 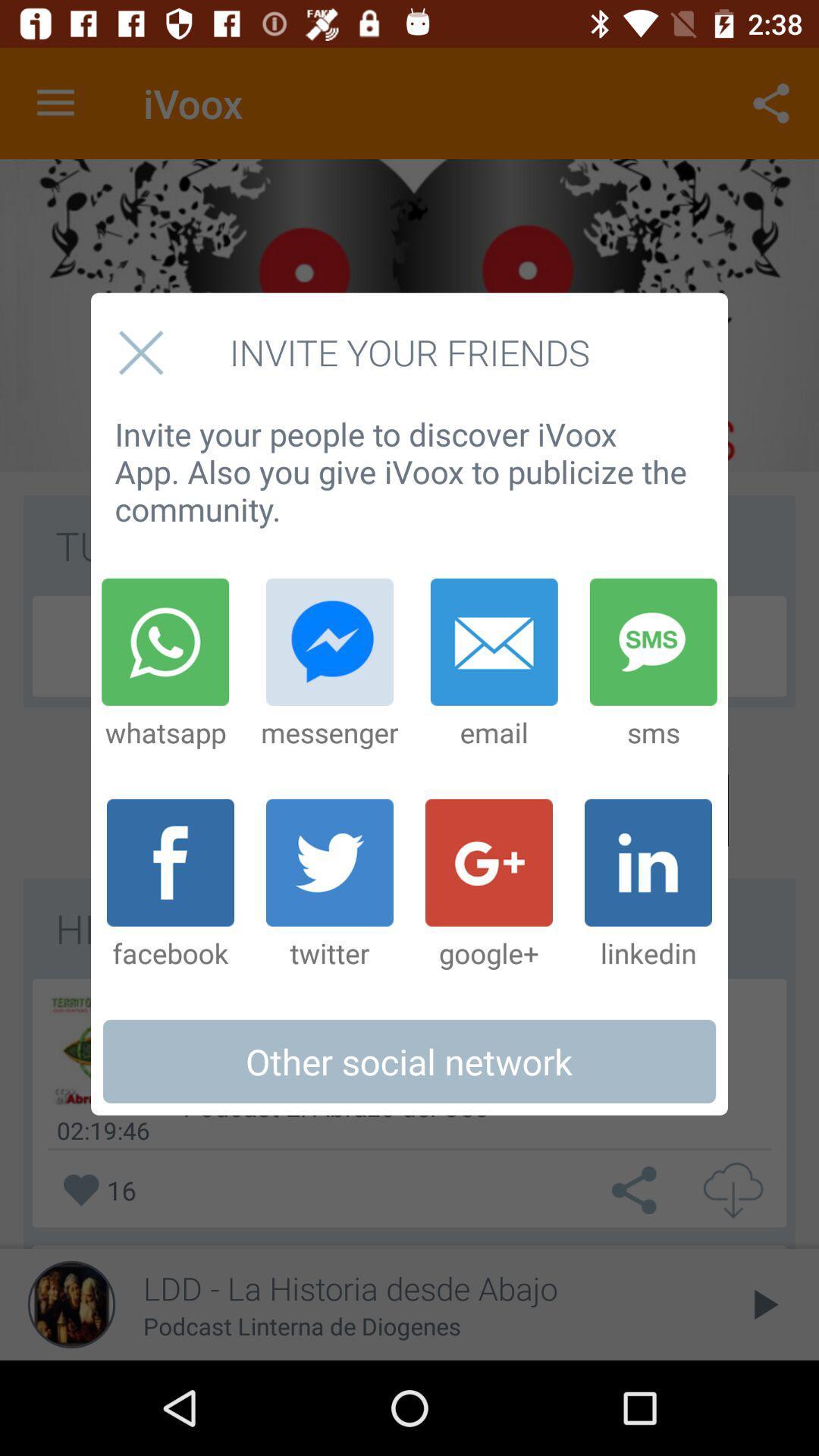 I want to click on the twitter, so click(x=329, y=885).